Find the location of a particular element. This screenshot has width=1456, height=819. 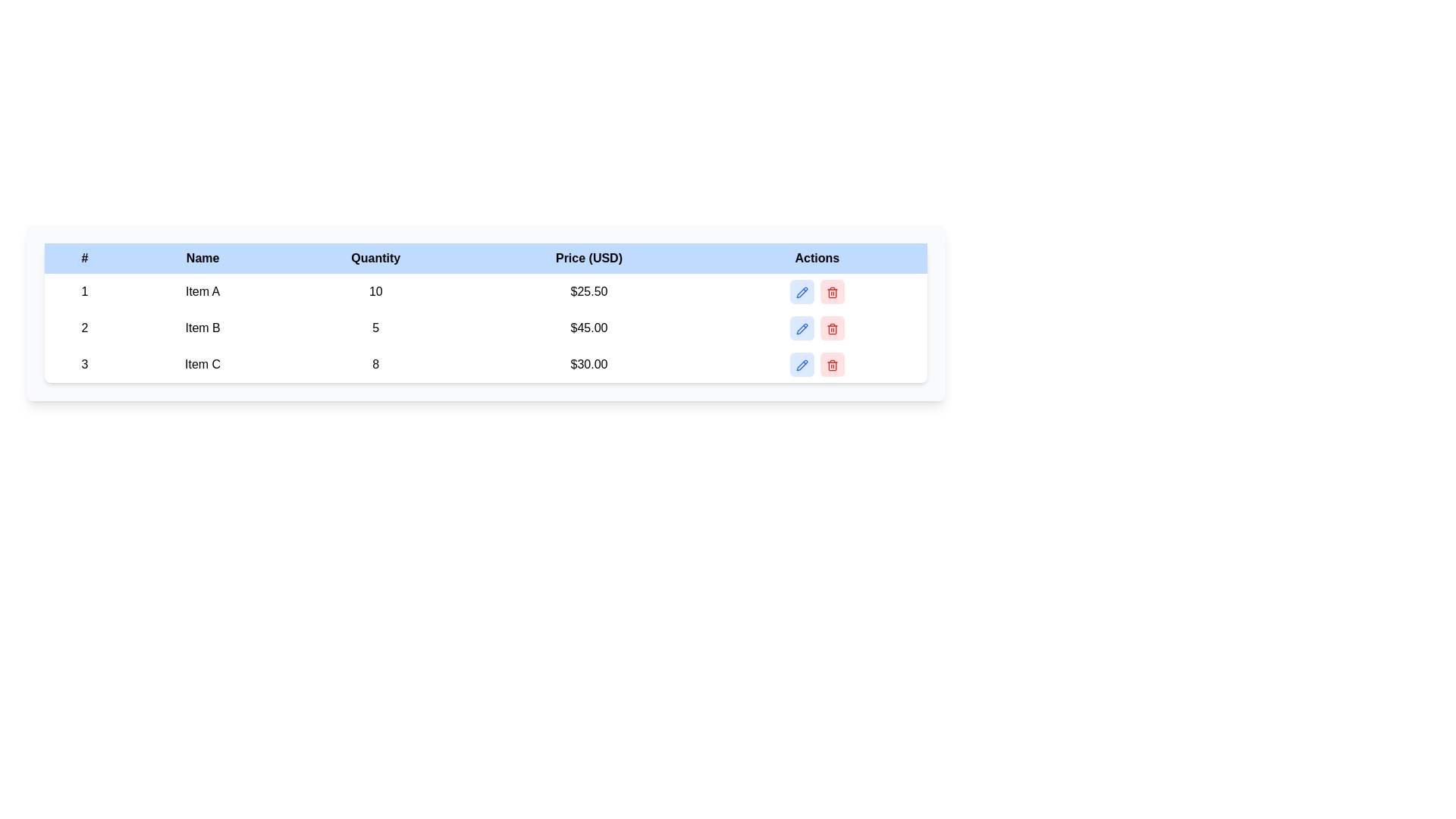

the text label for 'Item A' located in the second column of the first row of the table, under the 'Name' header is located at coordinates (202, 292).